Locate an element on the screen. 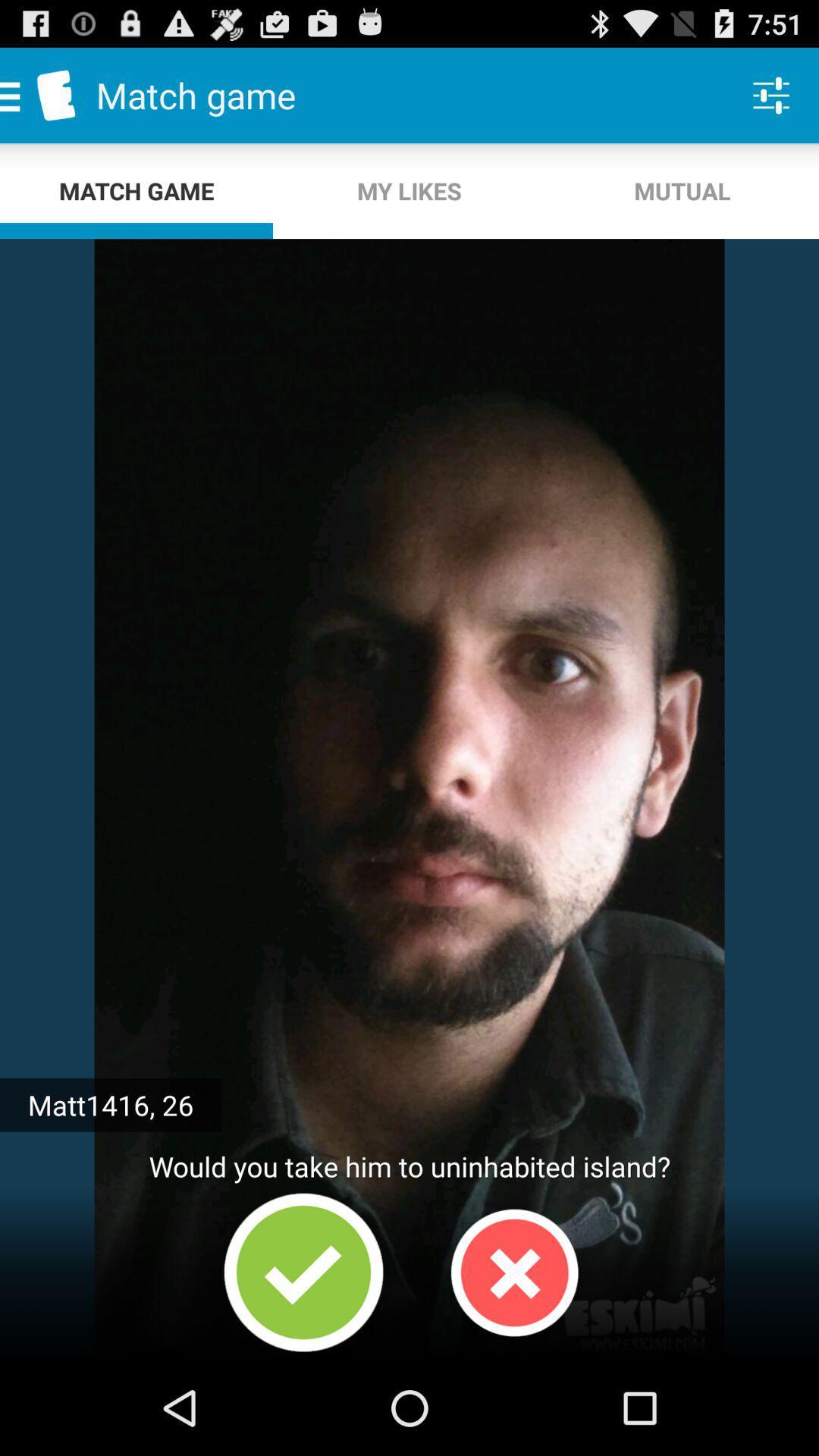 The width and height of the screenshot is (819, 1456). and click option is located at coordinates (303, 1272).